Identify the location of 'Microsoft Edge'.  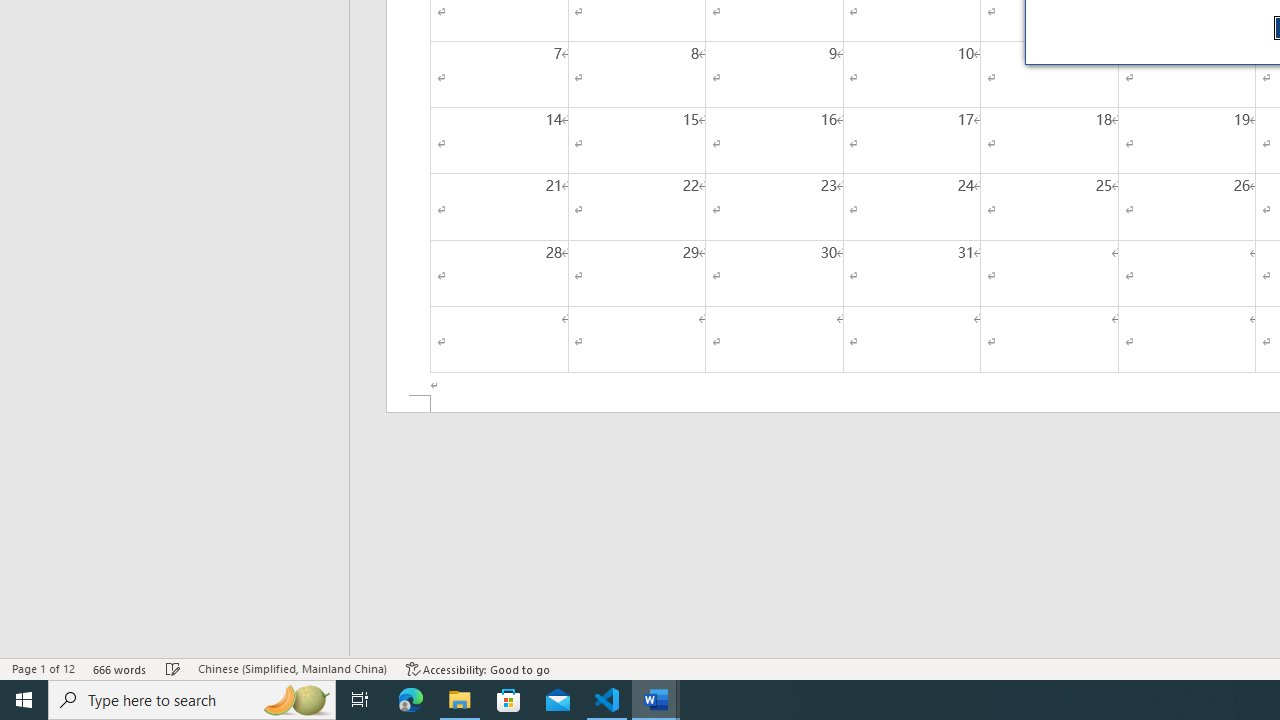
(410, 698).